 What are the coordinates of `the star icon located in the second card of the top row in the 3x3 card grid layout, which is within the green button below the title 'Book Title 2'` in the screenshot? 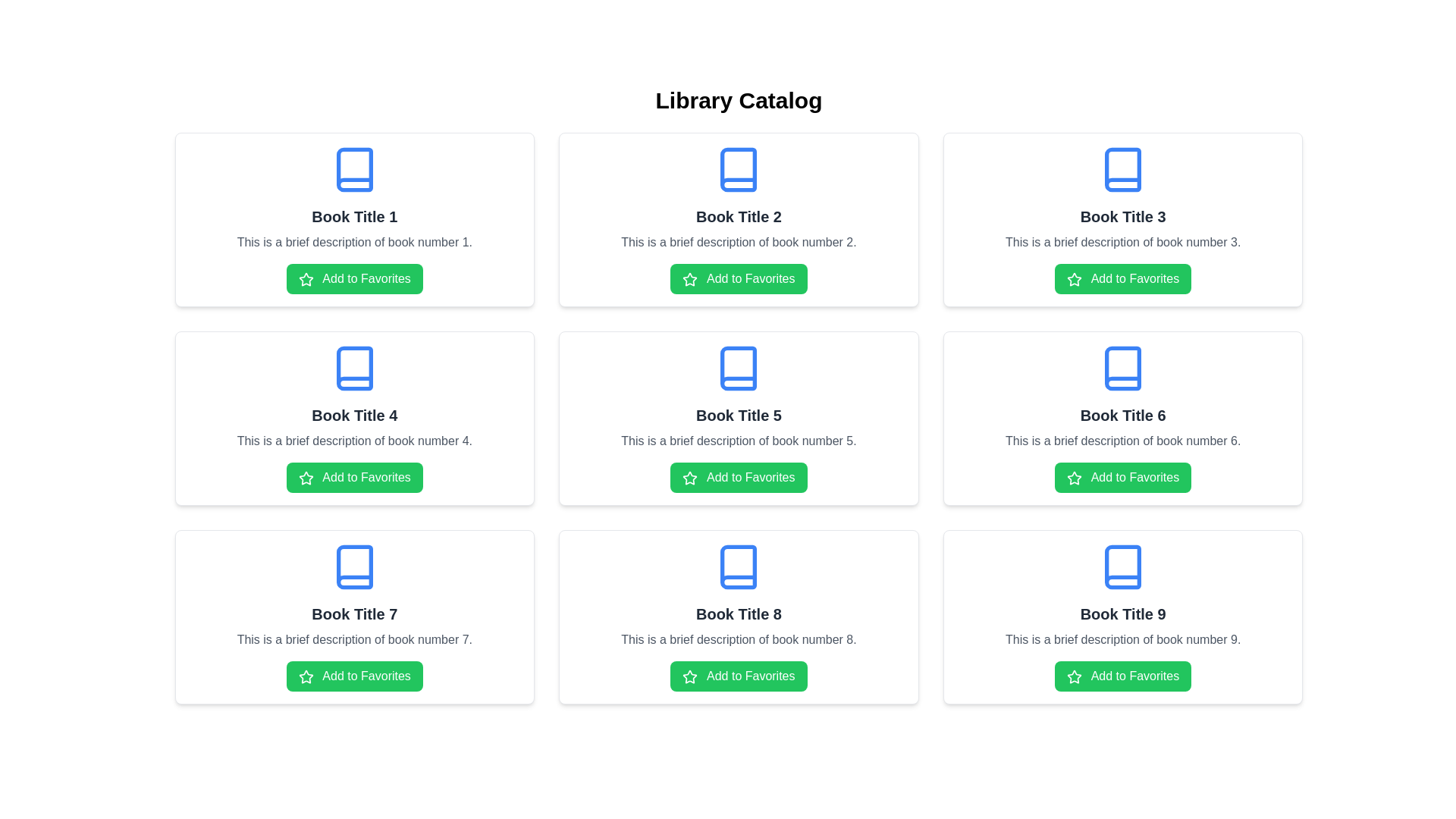 It's located at (689, 278).